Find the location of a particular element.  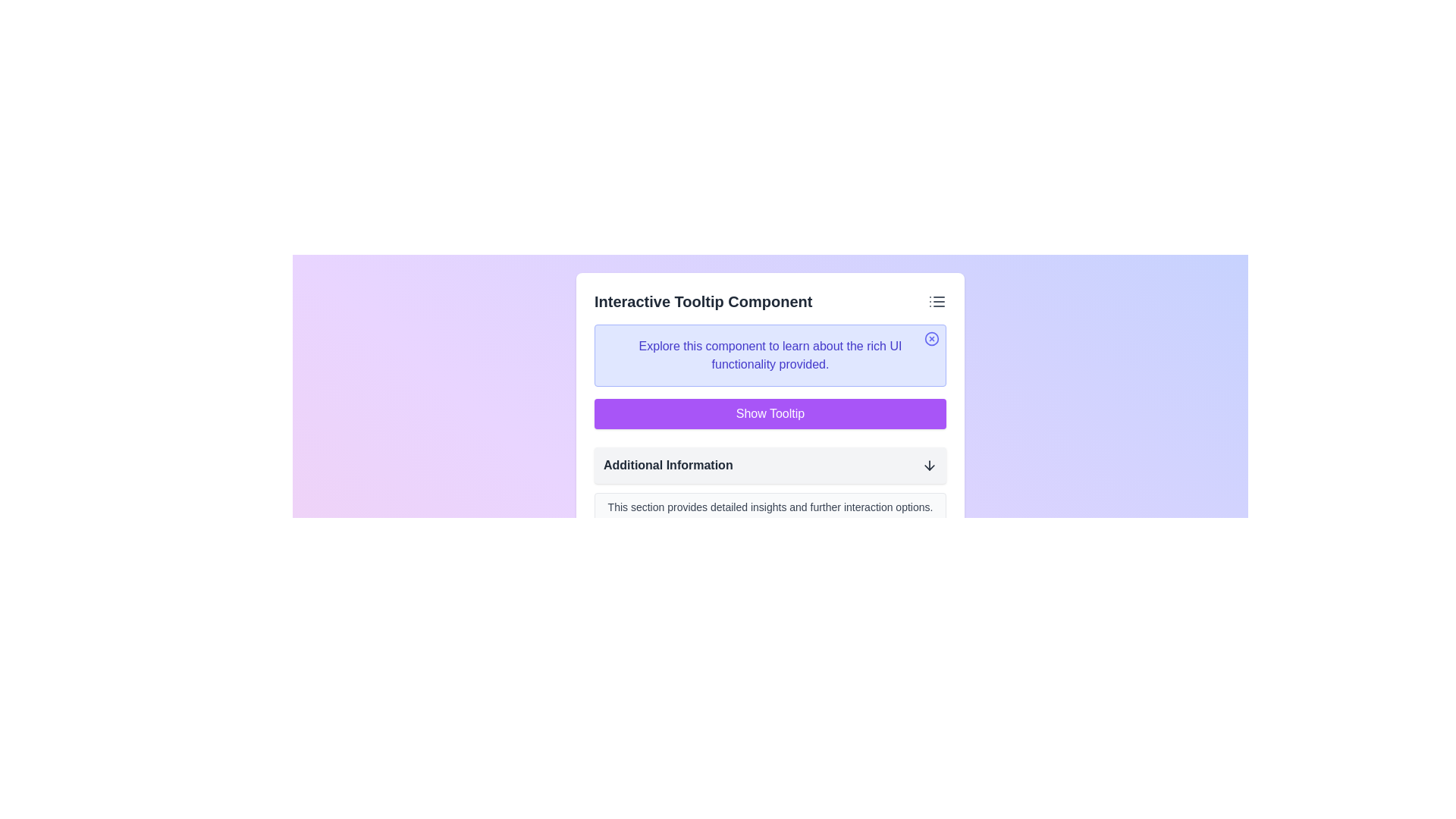

the text label that reads 'Additional Information', which is styled with a bold font and positioned within a light gray rectangular box, indicating its role in navigation or expansion is located at coordinates (667, 464).